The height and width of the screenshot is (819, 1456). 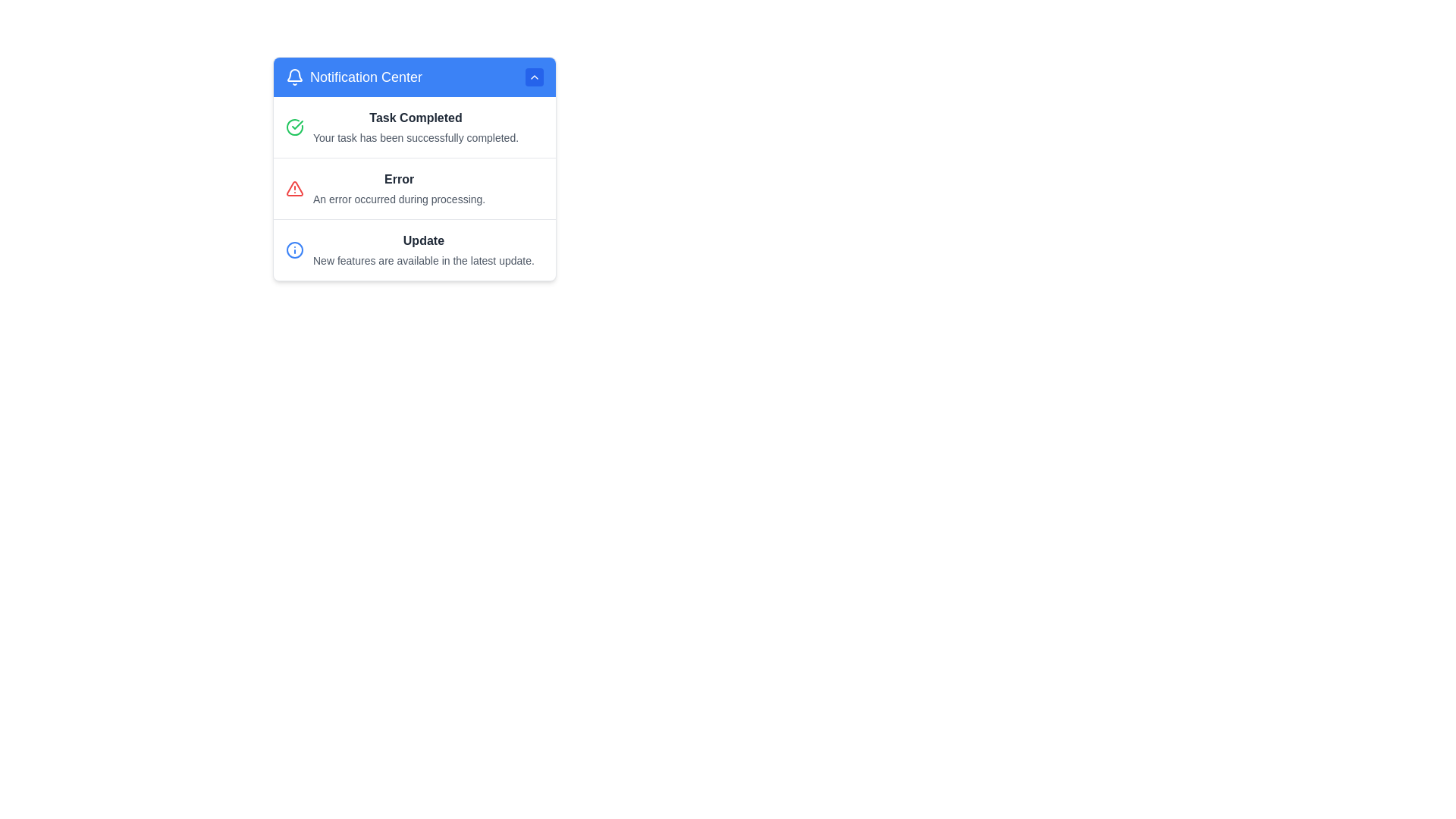 What do you see at coordinates (423, 249) in the screenshot?
I see `the List Item with Text that contains the bold title 'Update' and descriptive text 'New features are available in the latest update.' located in the notification panel, specifically in the third position of the vertically stacked list` at bounding box center [423, 249].